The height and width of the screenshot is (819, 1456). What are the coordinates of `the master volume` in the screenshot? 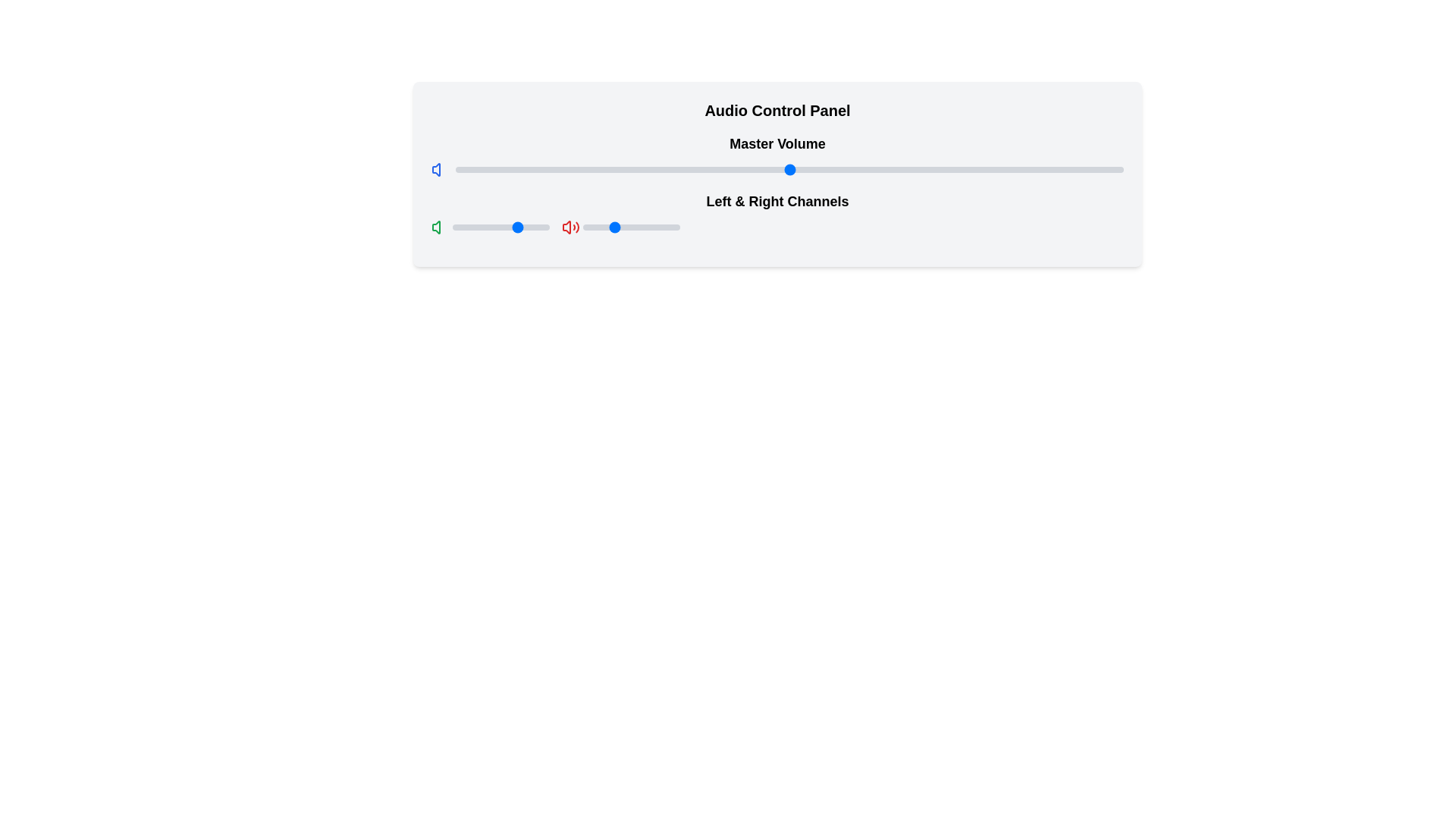 It's located at (708, 169).